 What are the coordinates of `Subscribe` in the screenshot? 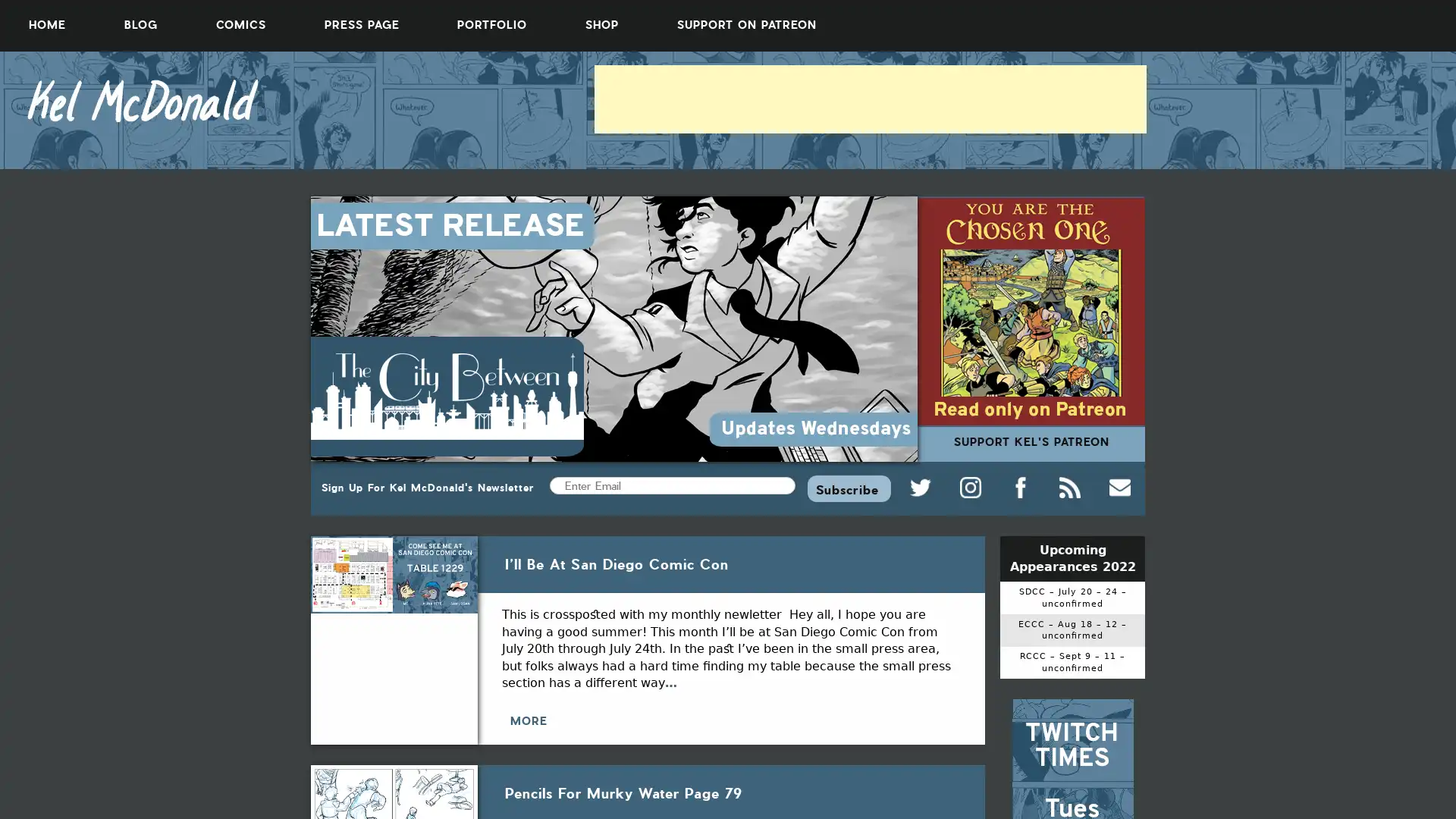 It's located at (848, 488).